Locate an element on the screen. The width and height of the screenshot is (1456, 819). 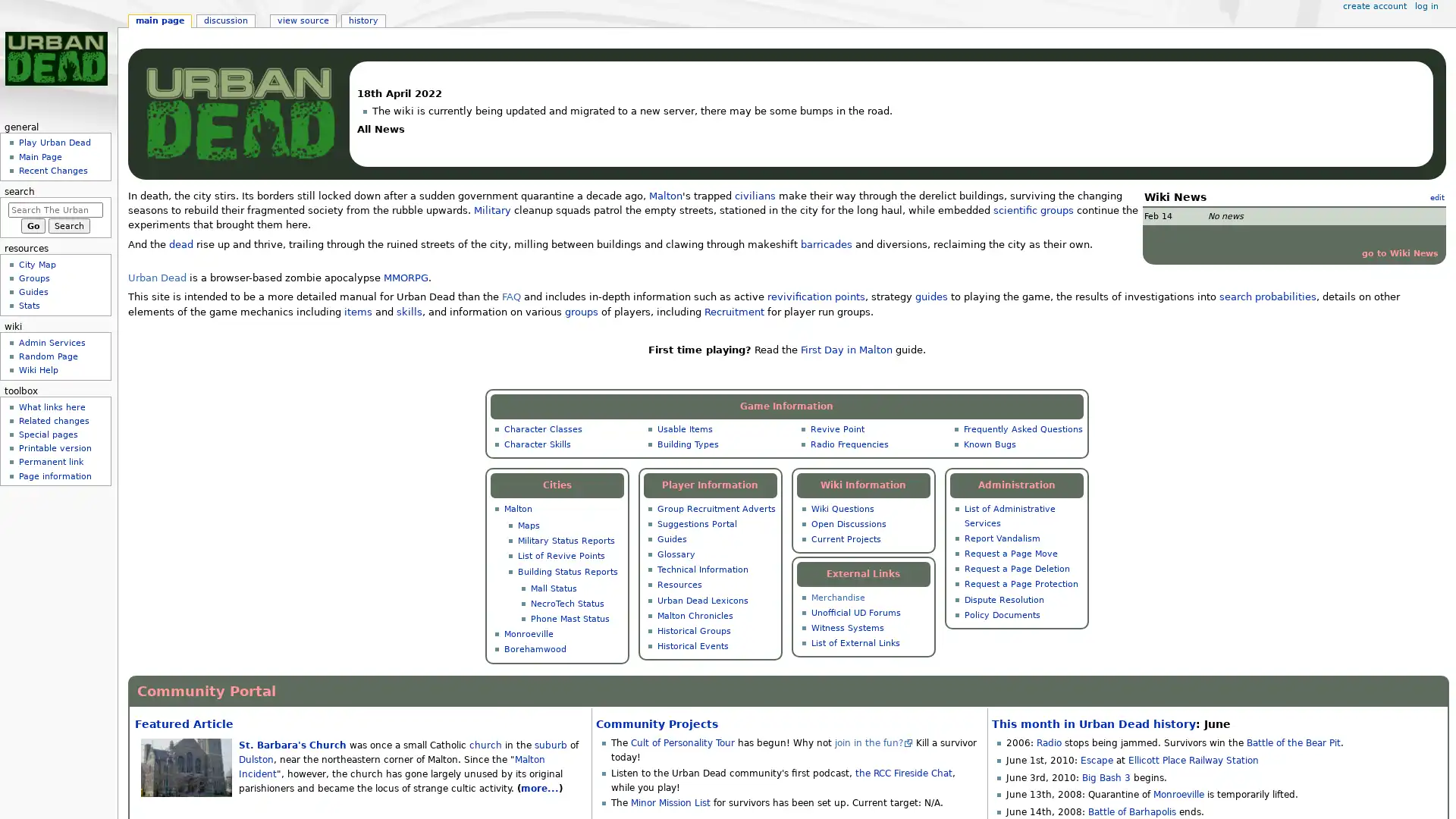
Search is located at coordinates (68, 225).